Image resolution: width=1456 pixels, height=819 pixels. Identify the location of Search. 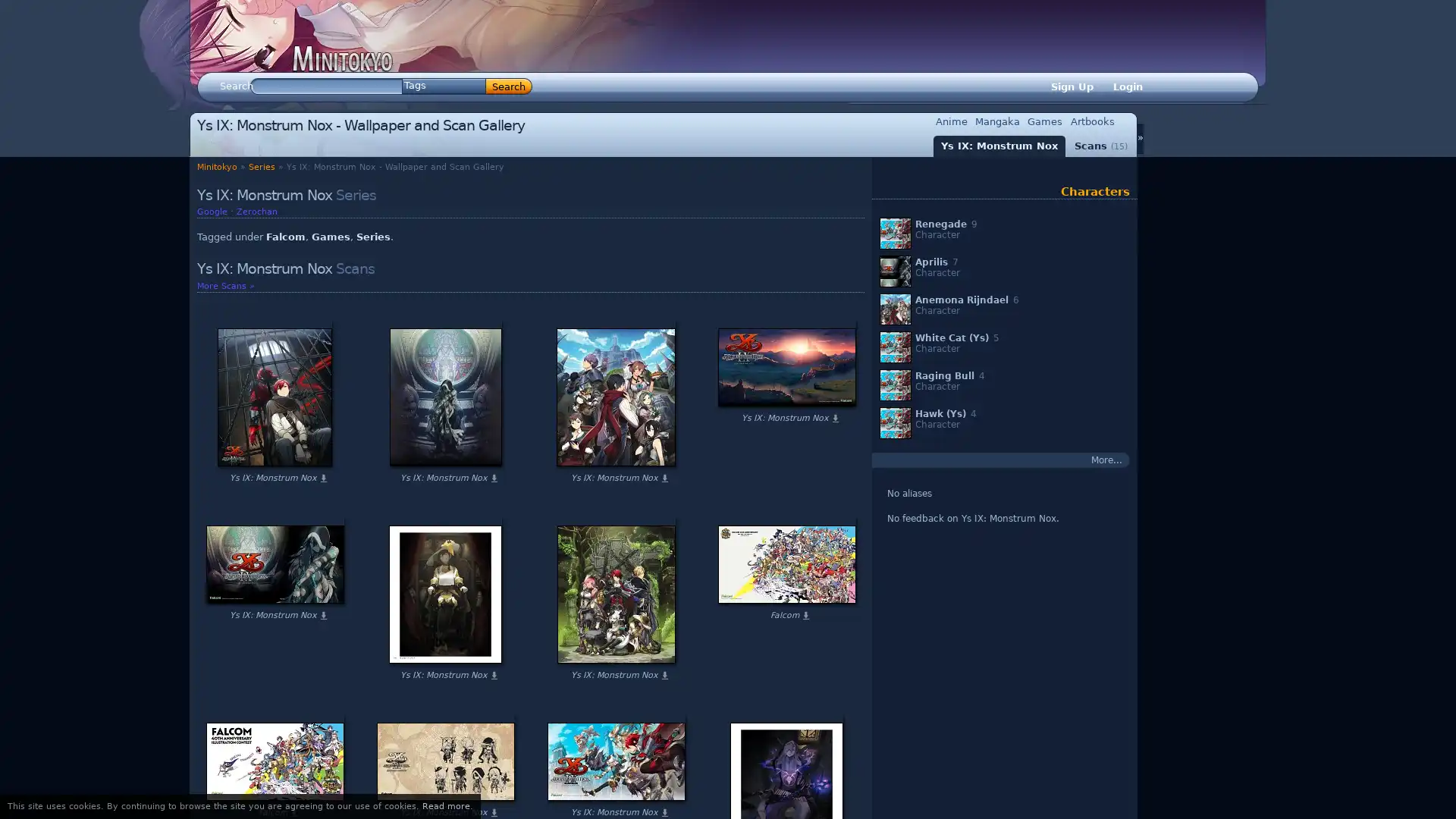
(509, 86).